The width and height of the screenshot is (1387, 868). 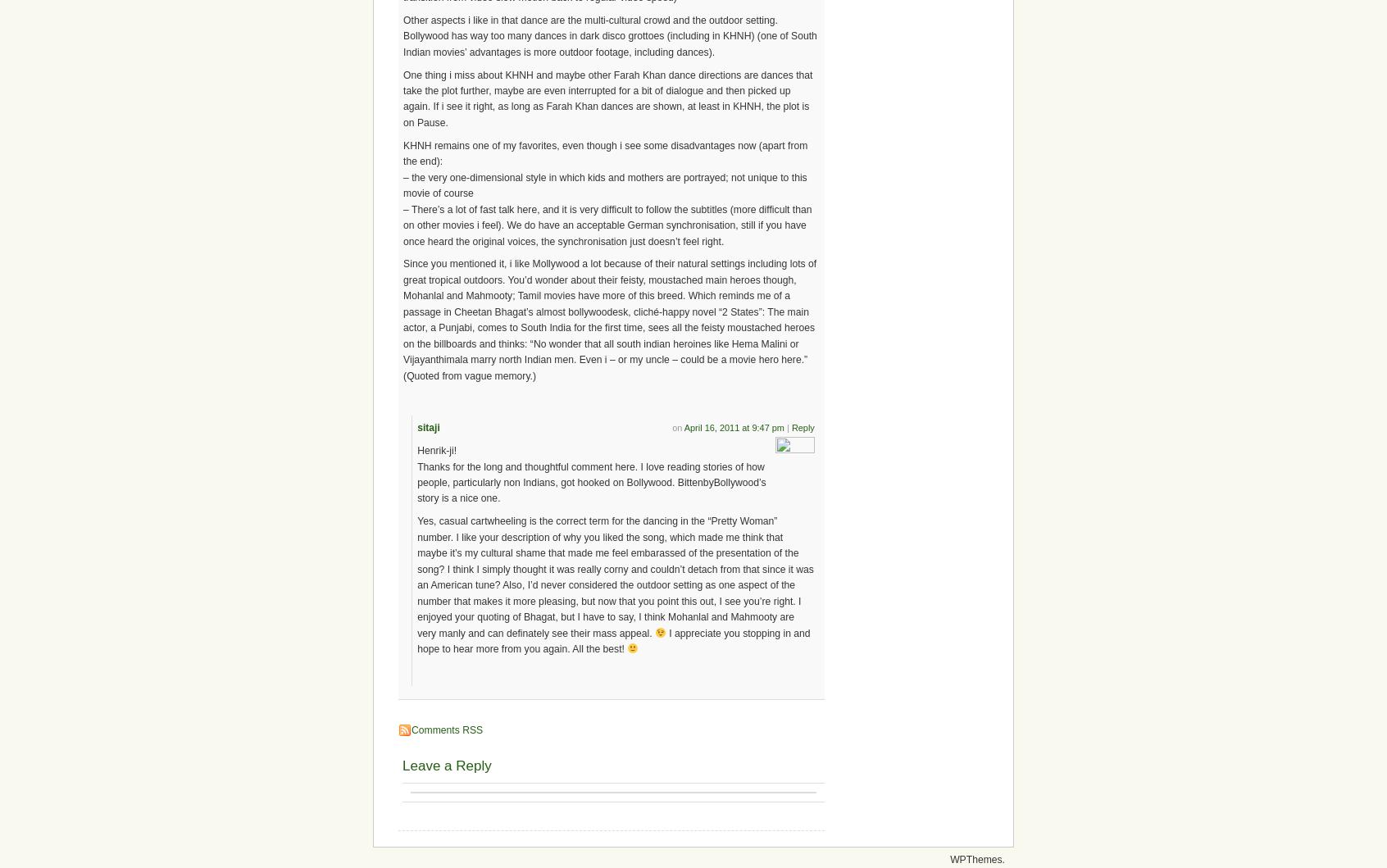 What do you see at coordinates (678, 427) in the screenshot?
I see `'on'` at bounding box center [678, 427].